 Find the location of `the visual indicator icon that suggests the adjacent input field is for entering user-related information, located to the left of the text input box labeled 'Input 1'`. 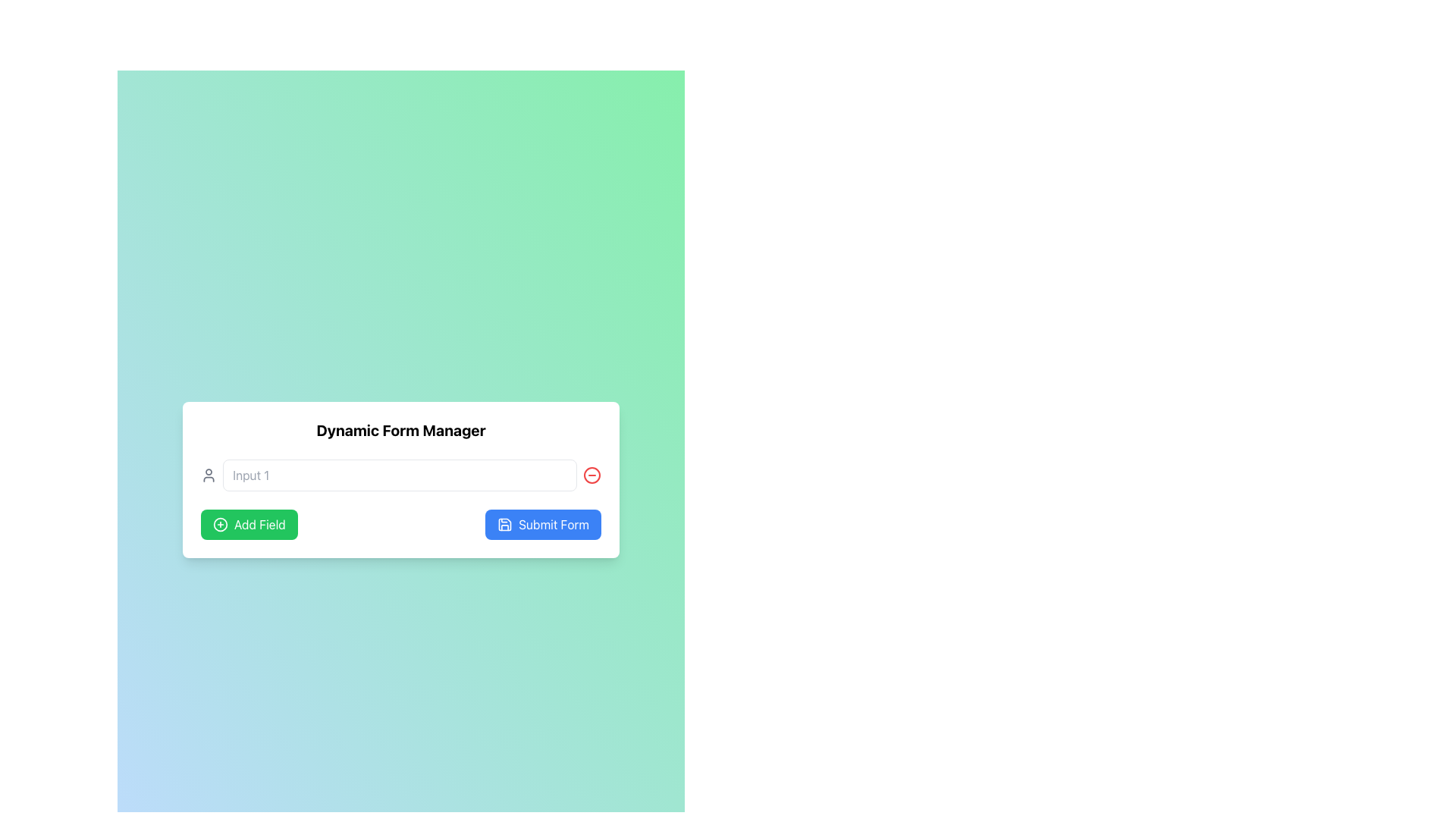

the visual indicator icon that suggests the adjacent input field is for entering user-related information, located to the left of the text input box labeled 'Input 1' is located at coordinates (208, 475).